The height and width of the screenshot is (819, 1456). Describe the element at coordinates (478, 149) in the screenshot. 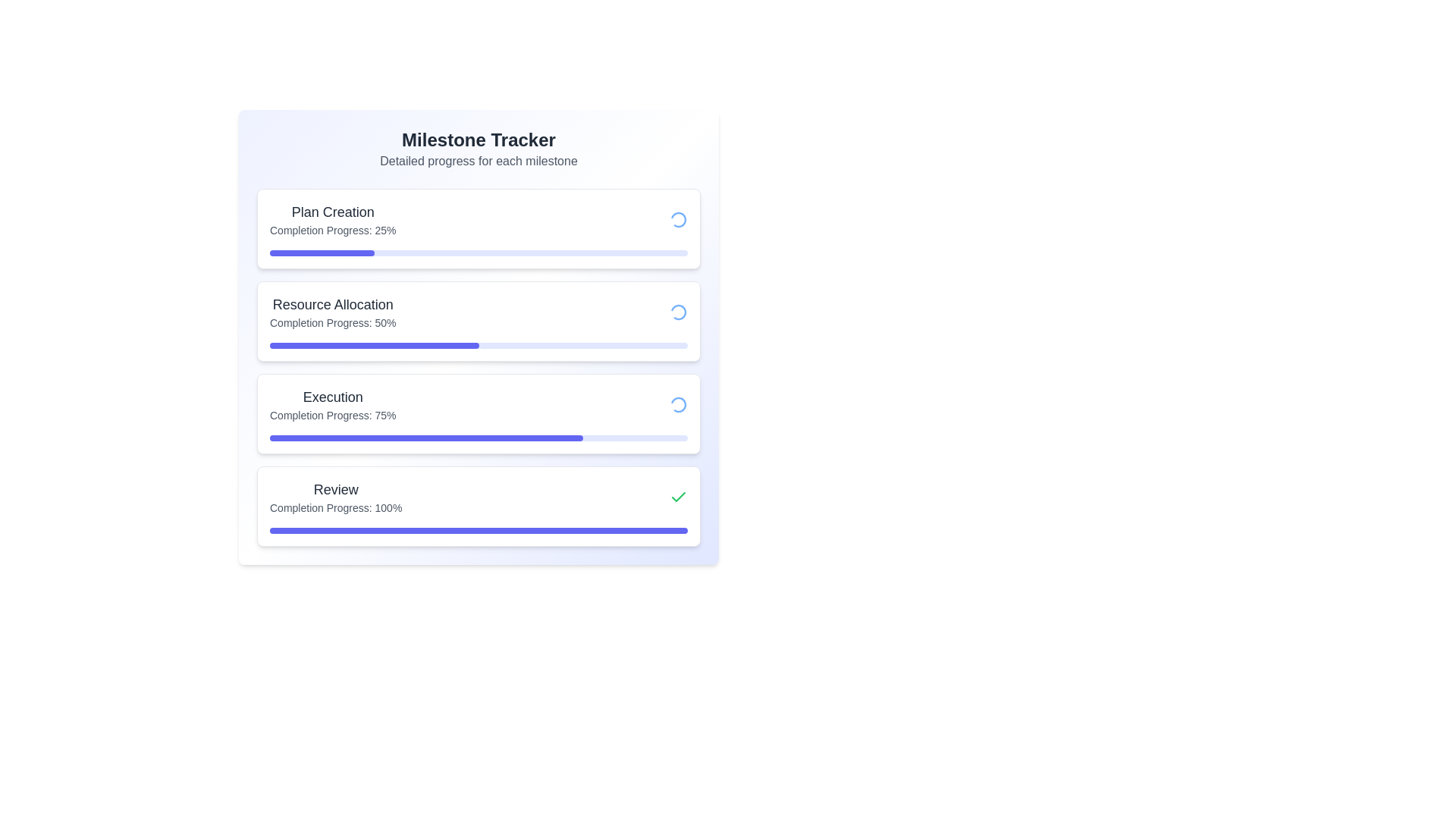

I see `text of the heading 'Milestone Tracker' and its details 'Detailed progress for each milestone' located at the top center of the card-like interface` at that location.